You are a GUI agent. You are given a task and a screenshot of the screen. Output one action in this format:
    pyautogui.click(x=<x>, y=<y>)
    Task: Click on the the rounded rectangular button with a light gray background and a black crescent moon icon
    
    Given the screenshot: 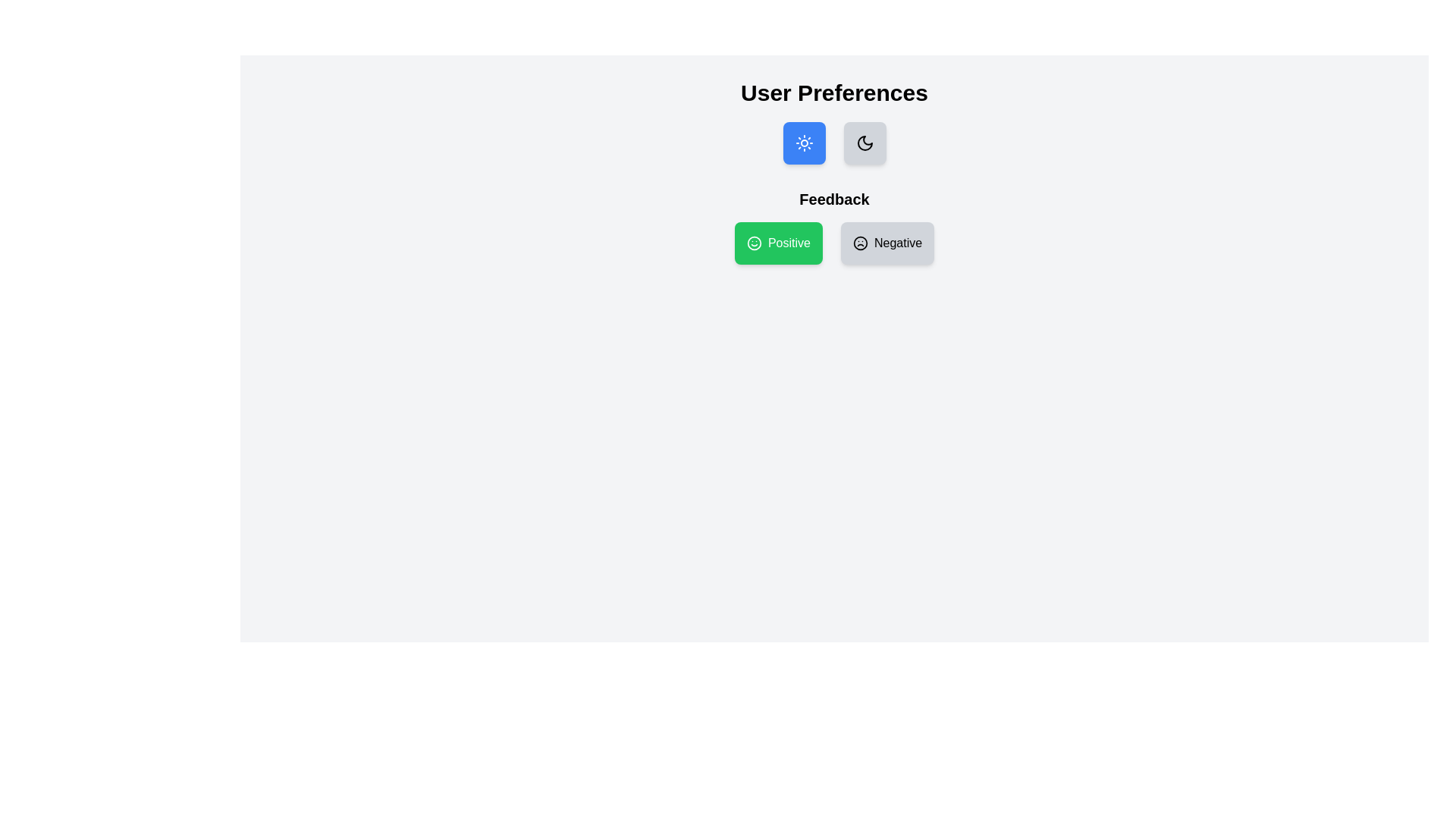 What is the action you would take?
    pyautogui.click(x=864, y=143)
    